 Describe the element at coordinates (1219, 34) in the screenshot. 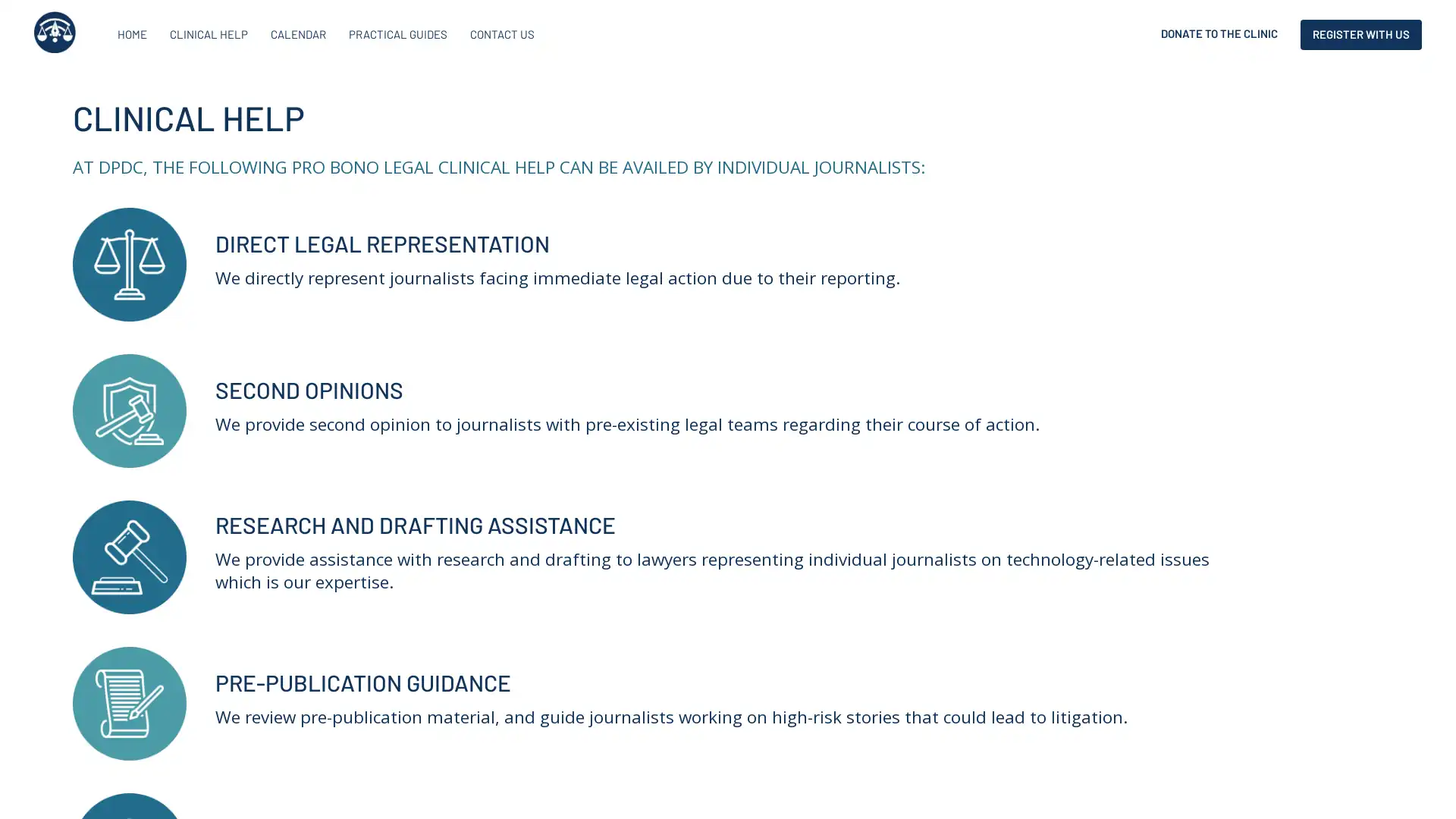

I see `DONATE TO THE CLINIC` at that location.